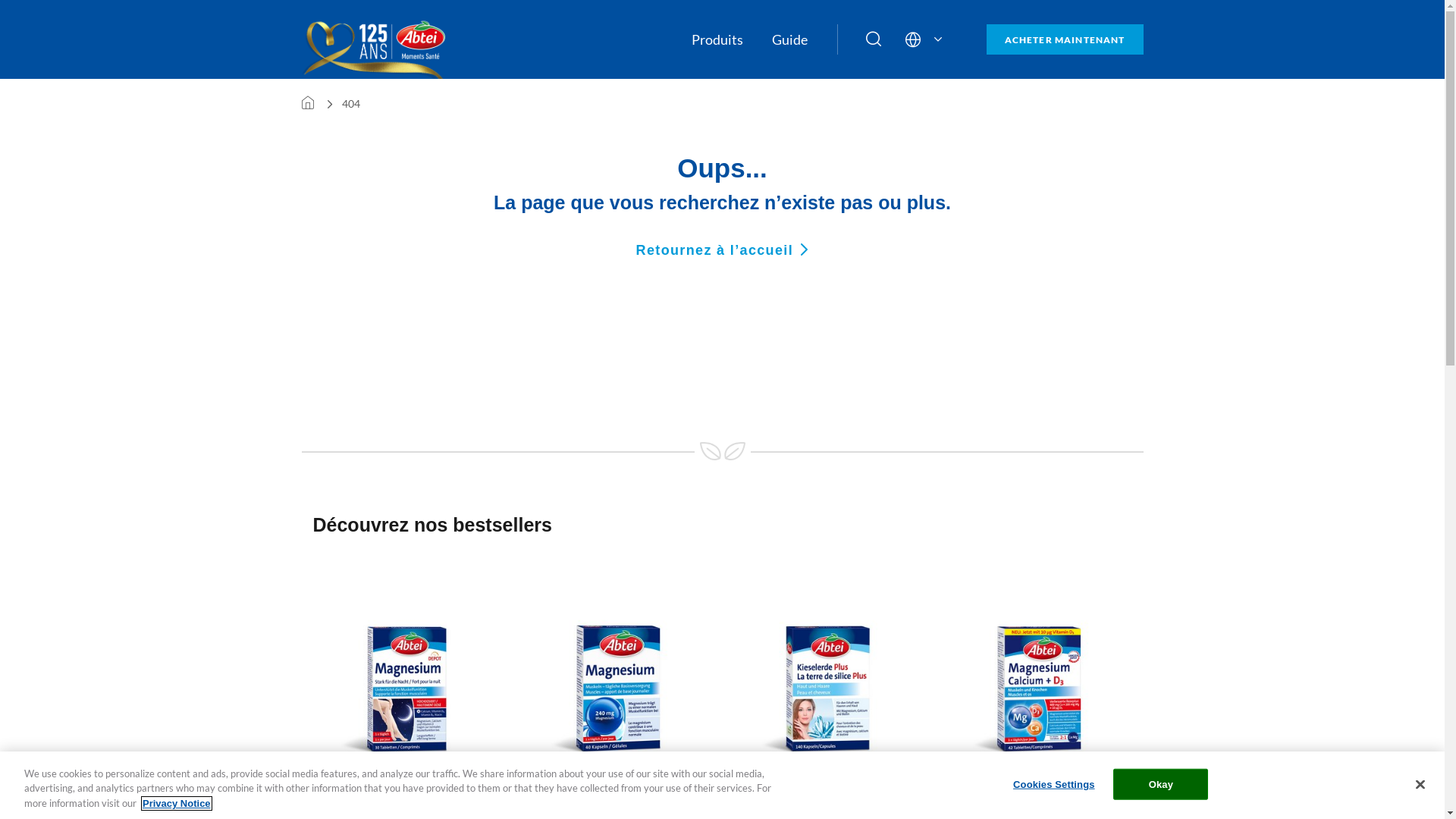 Image resolution: width=1456 pixels, height=819 pixels. I want to click on 'Guide', so click(789, 37).